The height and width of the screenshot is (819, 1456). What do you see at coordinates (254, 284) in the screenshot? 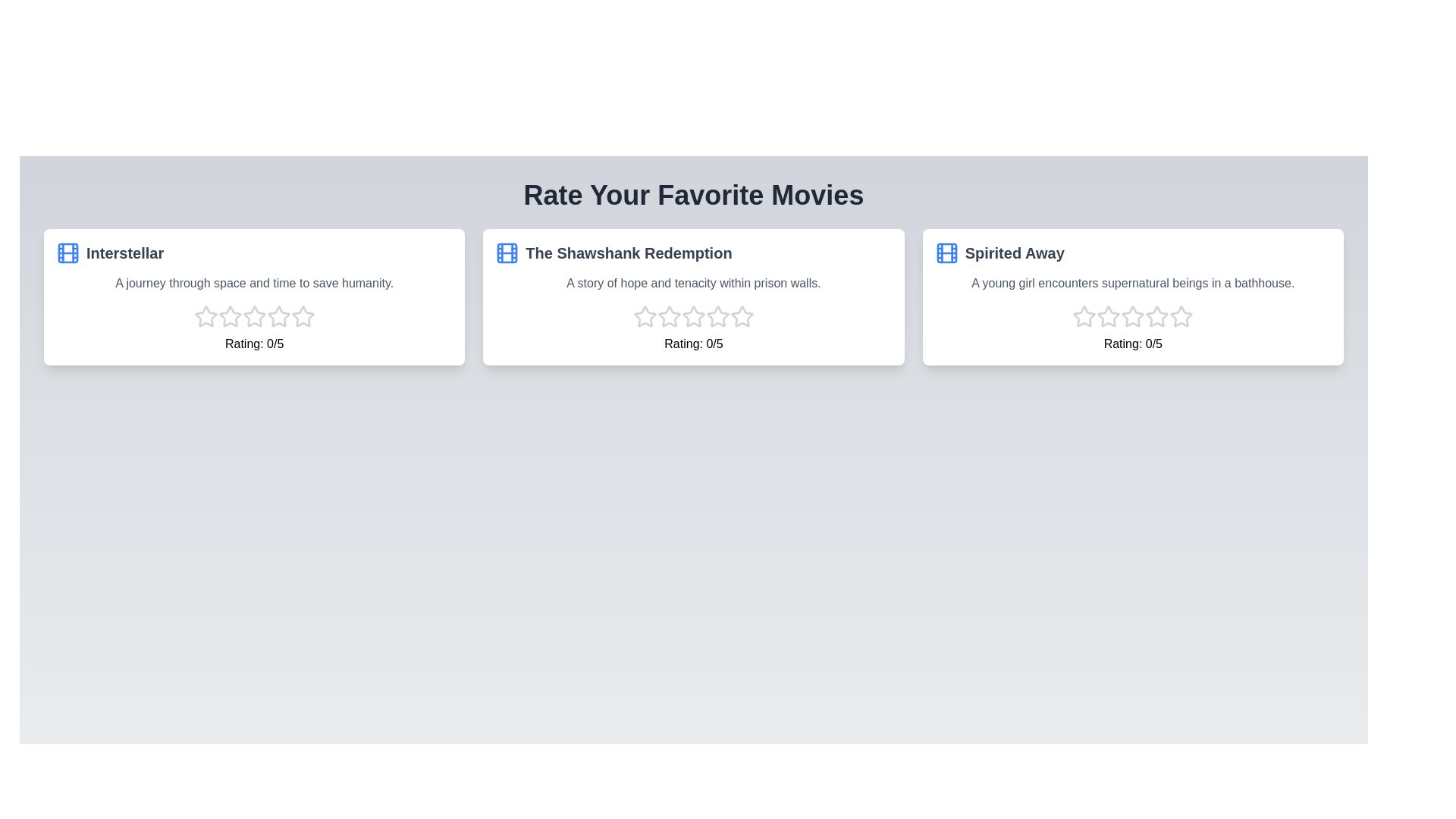
I see `the synopsis of the movie Interstellar` at bounding box center [254, 284].